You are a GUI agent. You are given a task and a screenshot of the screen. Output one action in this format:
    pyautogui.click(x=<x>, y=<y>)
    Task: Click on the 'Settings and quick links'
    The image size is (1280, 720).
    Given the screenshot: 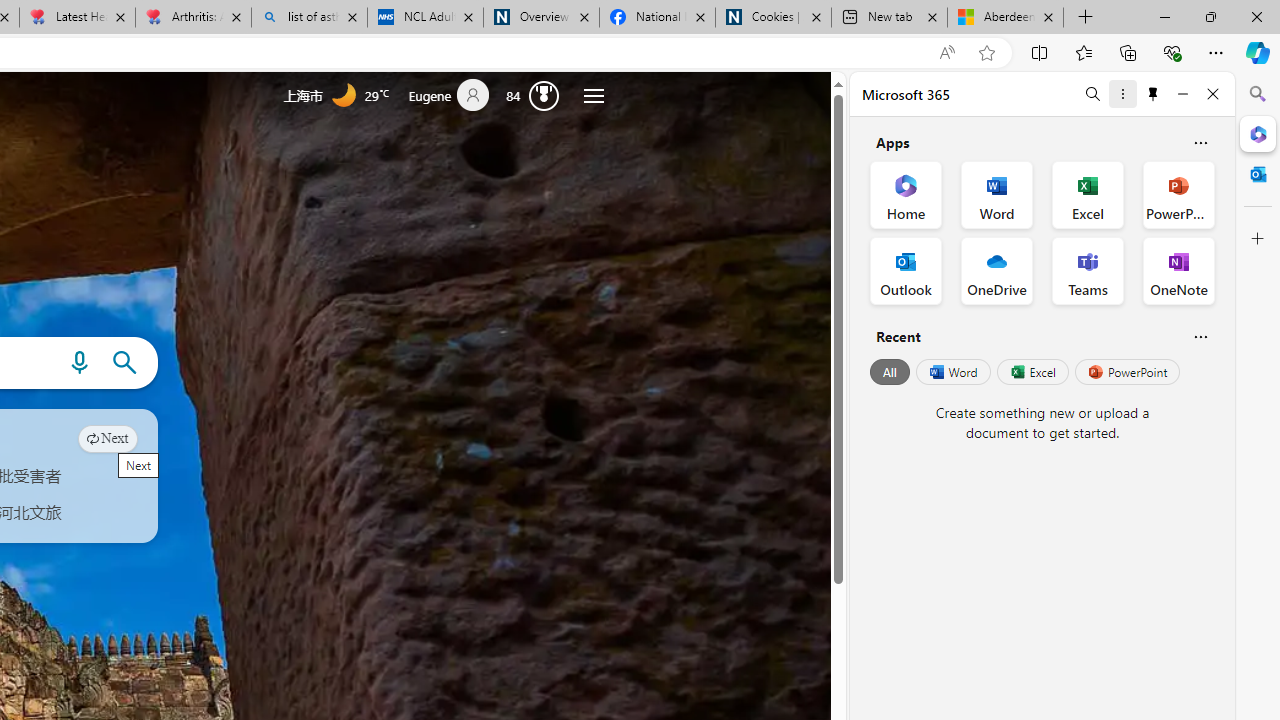 What is the action you would take?
    pyautogui.click(x=593, y=95)
    